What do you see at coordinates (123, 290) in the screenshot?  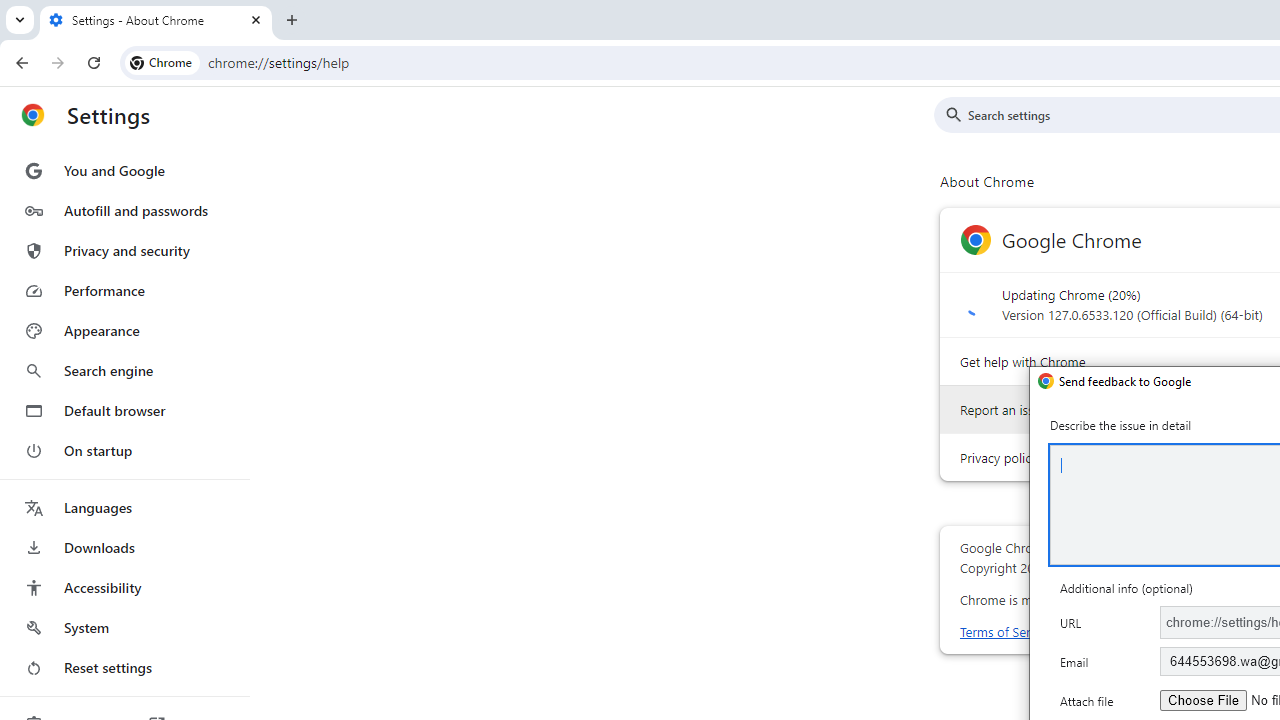 I see `'Performance'` at bounding box center [123, 290].